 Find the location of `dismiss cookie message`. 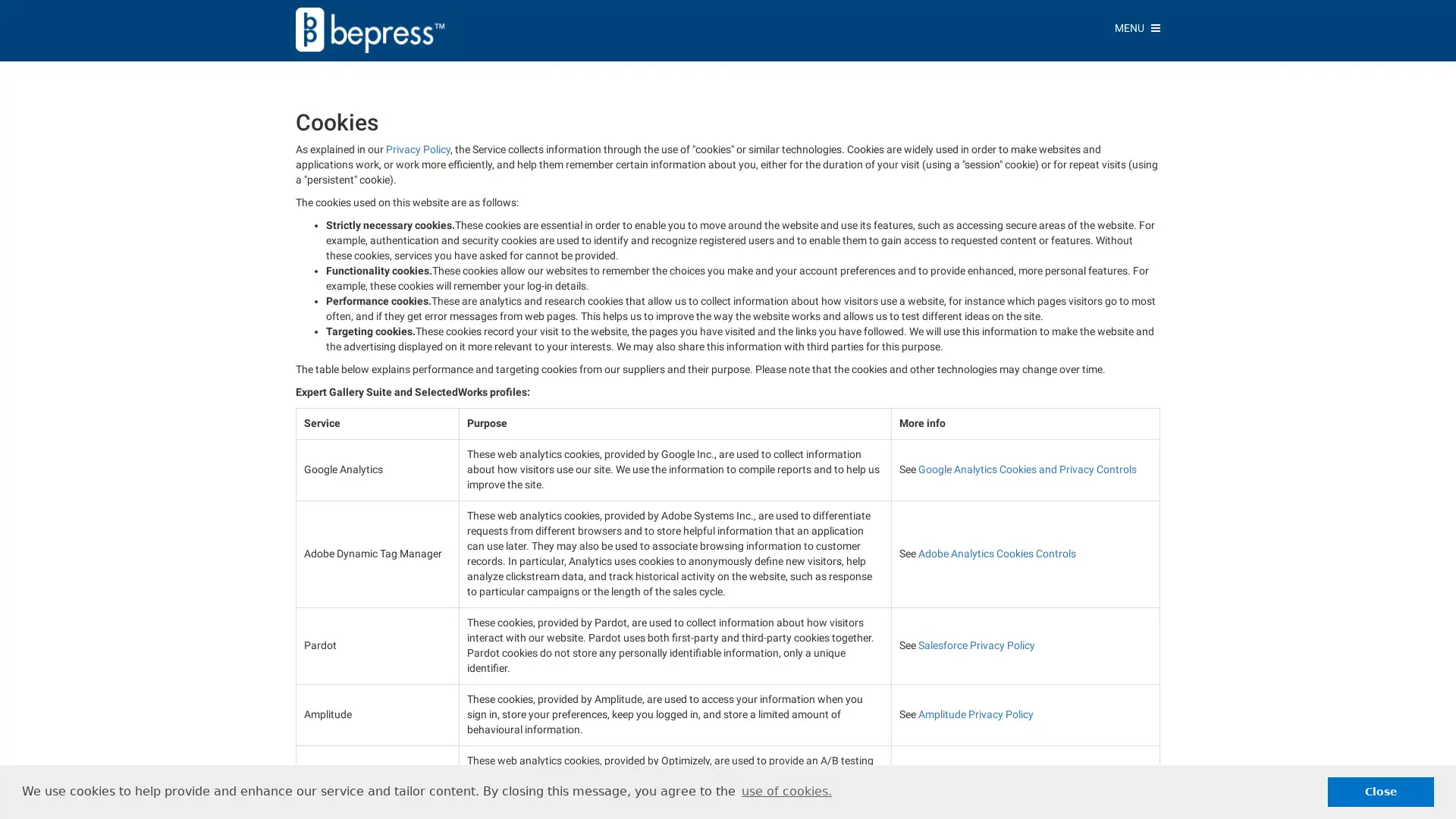

dismiss cookie message is located at coordinates (1380, 791).